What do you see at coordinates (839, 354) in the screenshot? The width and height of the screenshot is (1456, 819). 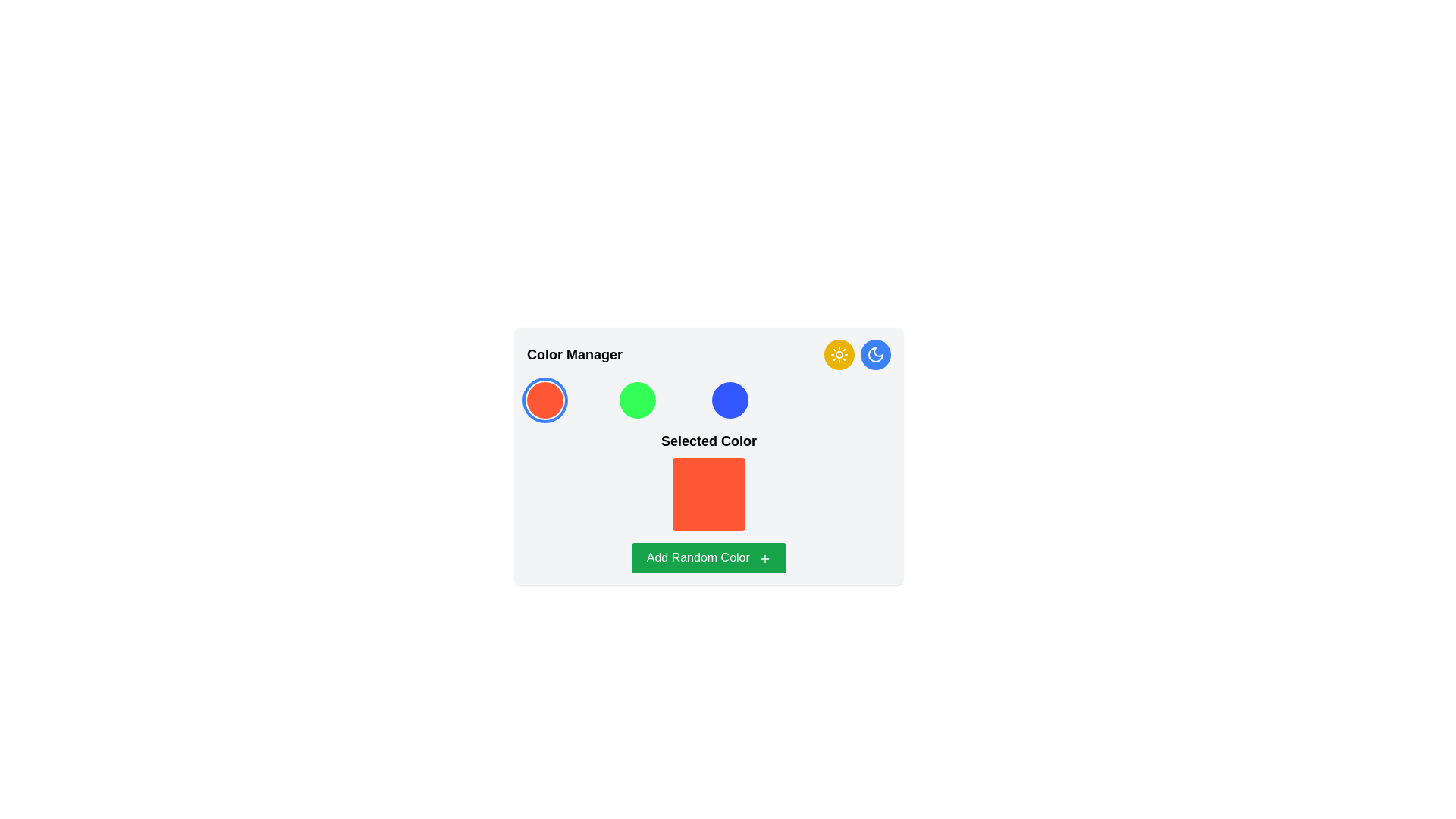 I see `the circular yellow button with a white sun icon` at bounding box center [839, 354].